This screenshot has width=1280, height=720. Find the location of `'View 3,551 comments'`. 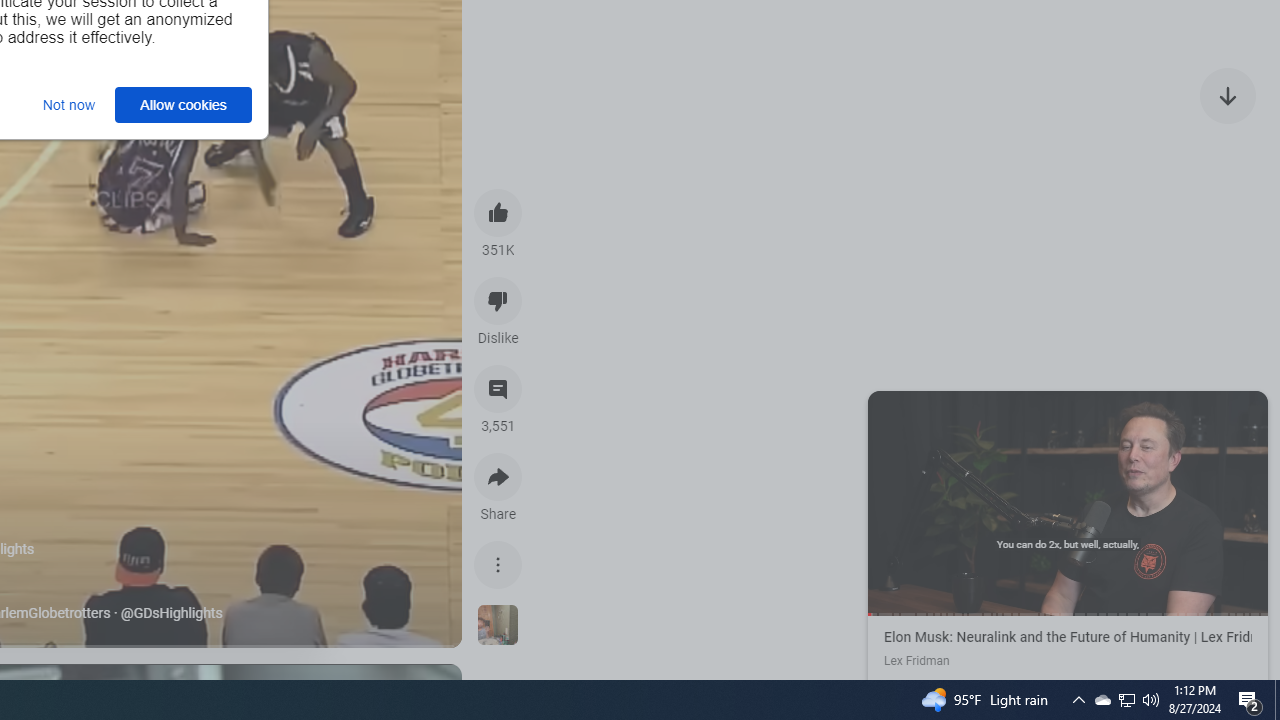

'View 3,551 comments' is located at coordinates (498, 389).